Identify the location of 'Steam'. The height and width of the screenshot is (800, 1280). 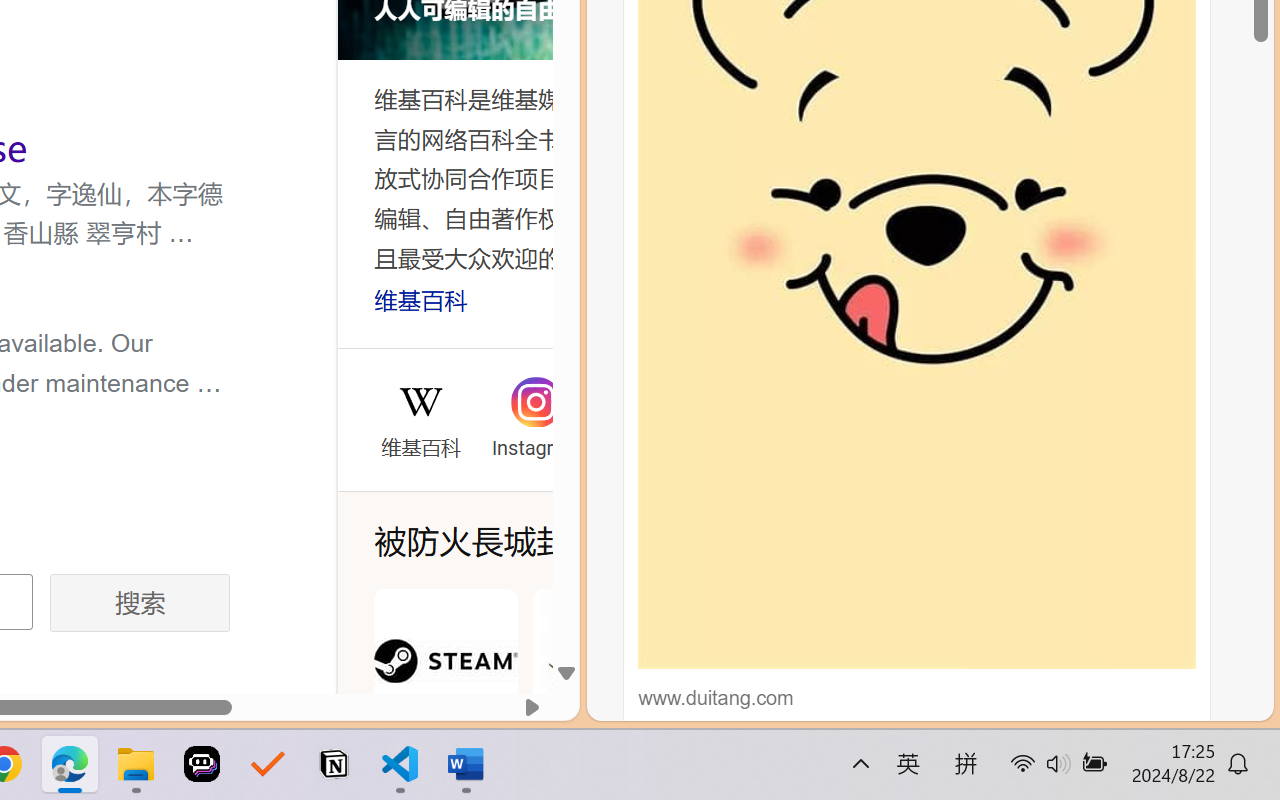
(444, 684).